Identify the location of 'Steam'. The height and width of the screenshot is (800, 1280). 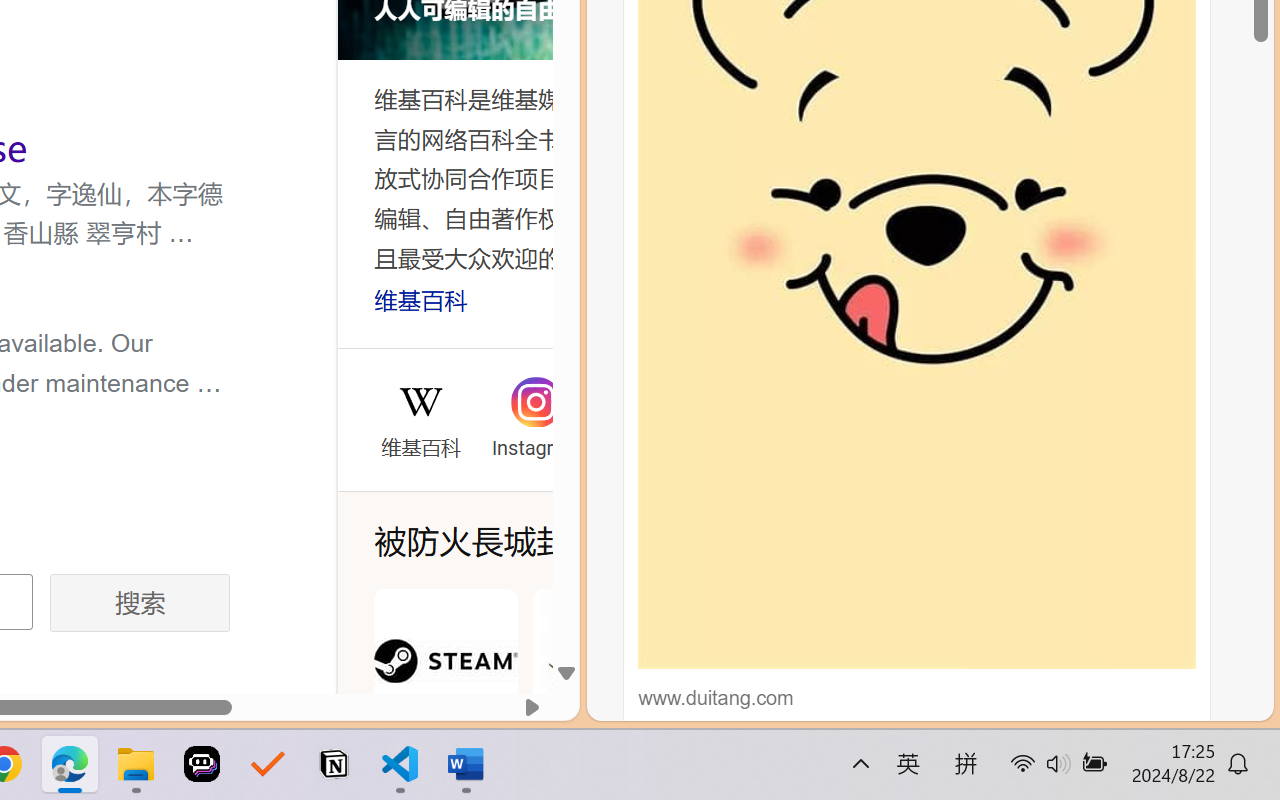
(444, 684).